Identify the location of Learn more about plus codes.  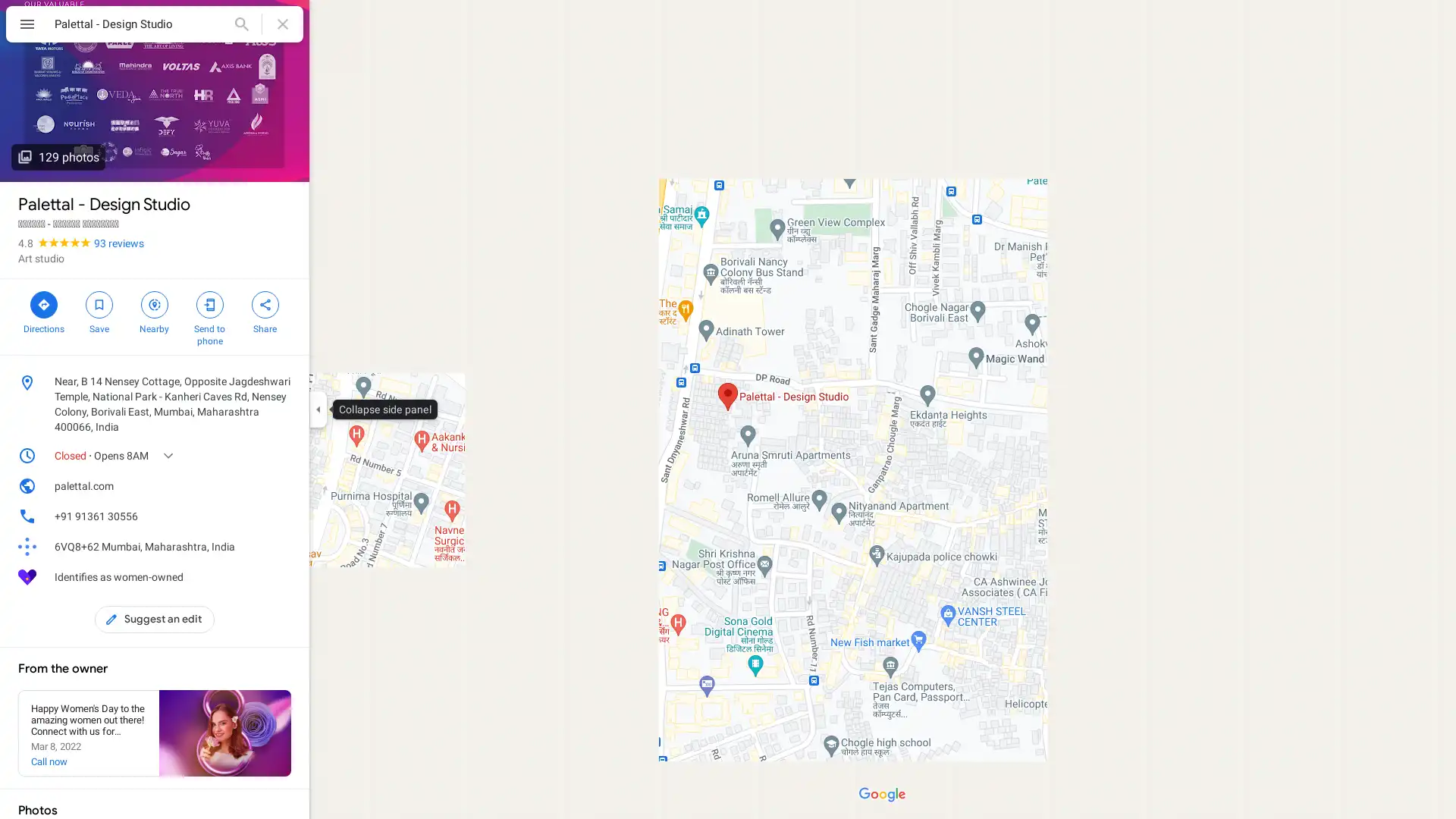
(284, 547).